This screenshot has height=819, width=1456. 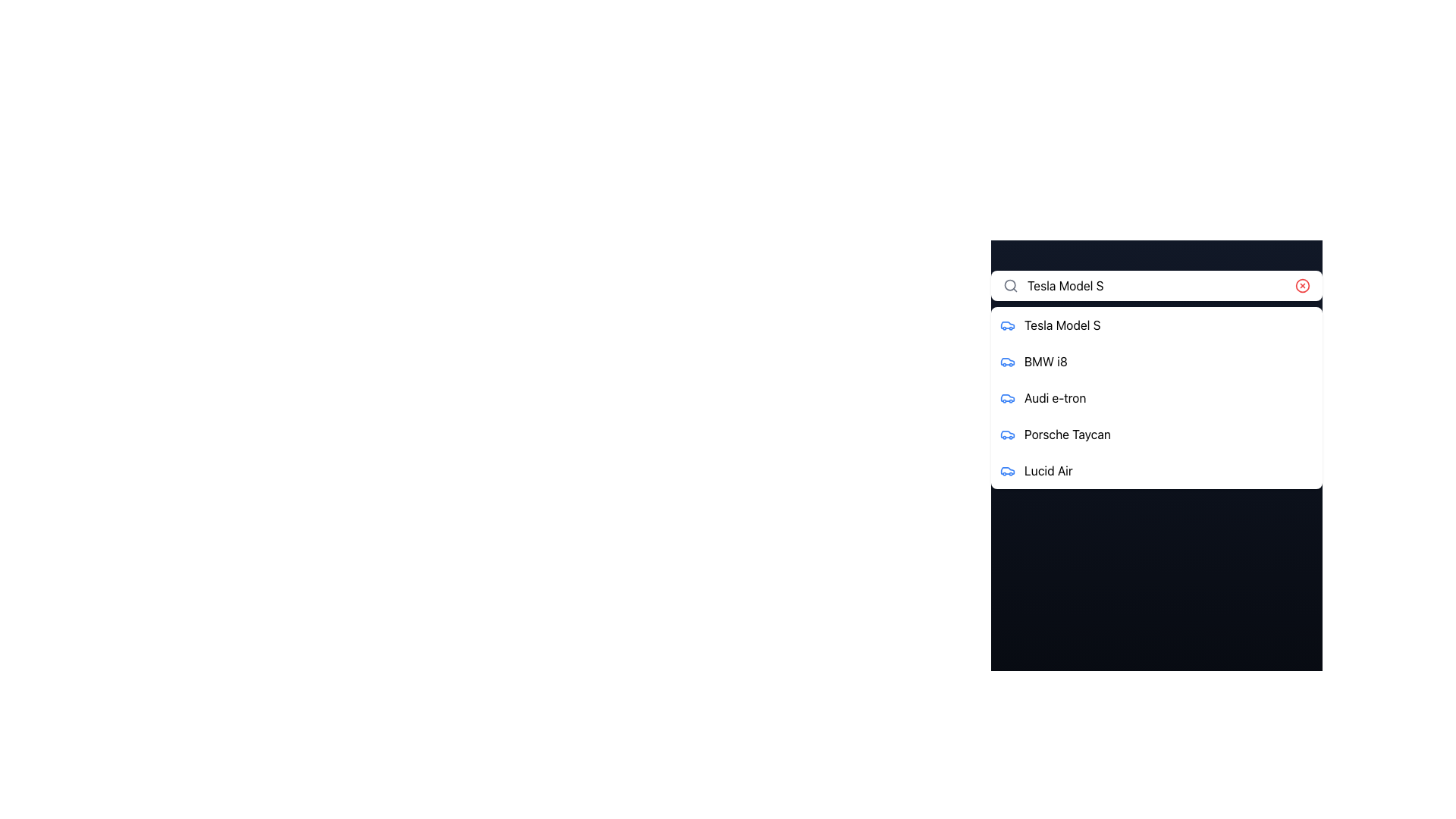 I want to click on the selectable list item named 'Lucid Air' in the dropdown menu, so click(x=1156, y=470).